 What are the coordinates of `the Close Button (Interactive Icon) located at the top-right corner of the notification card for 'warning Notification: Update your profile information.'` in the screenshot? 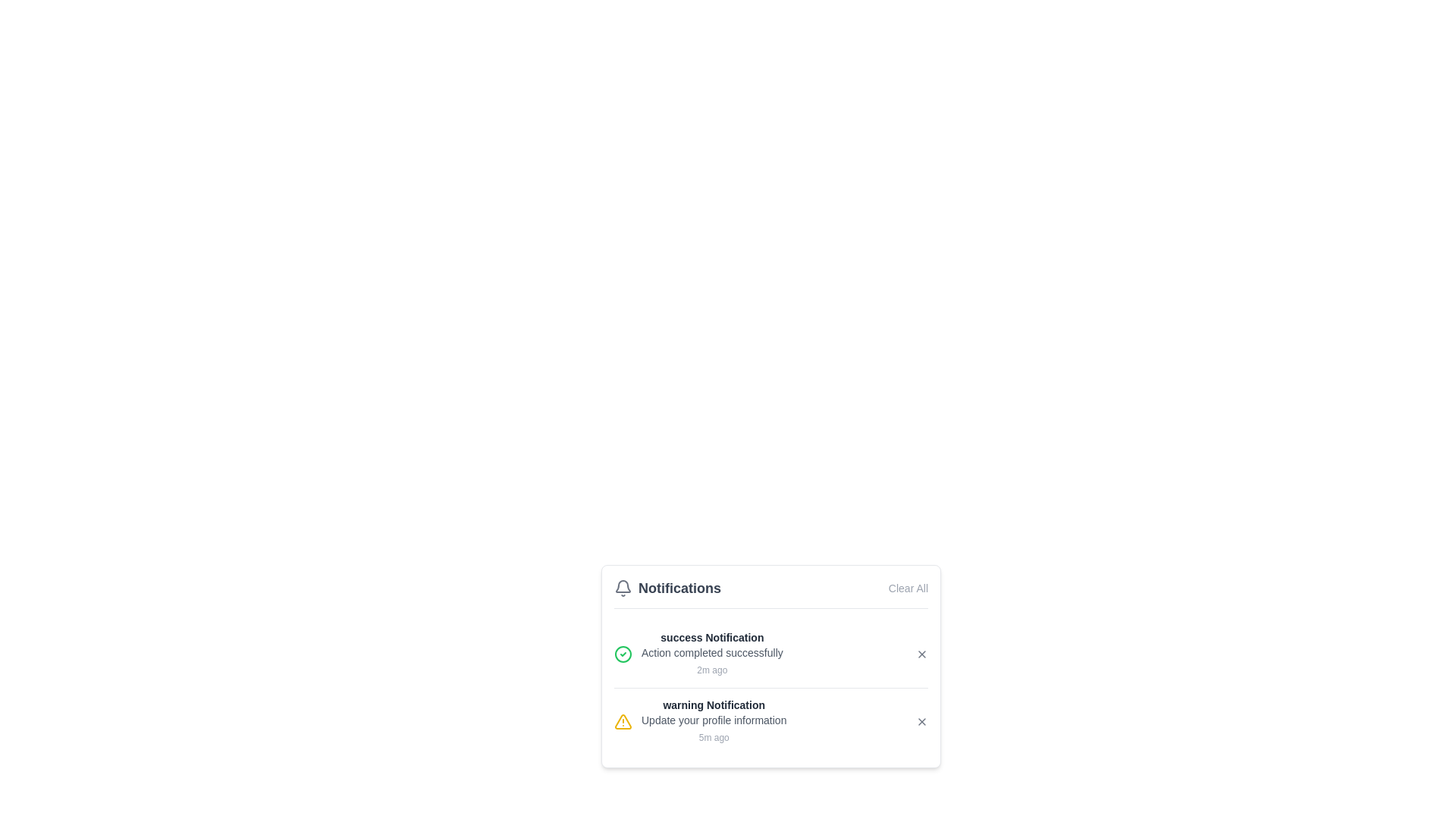 It's located at (921, 721).